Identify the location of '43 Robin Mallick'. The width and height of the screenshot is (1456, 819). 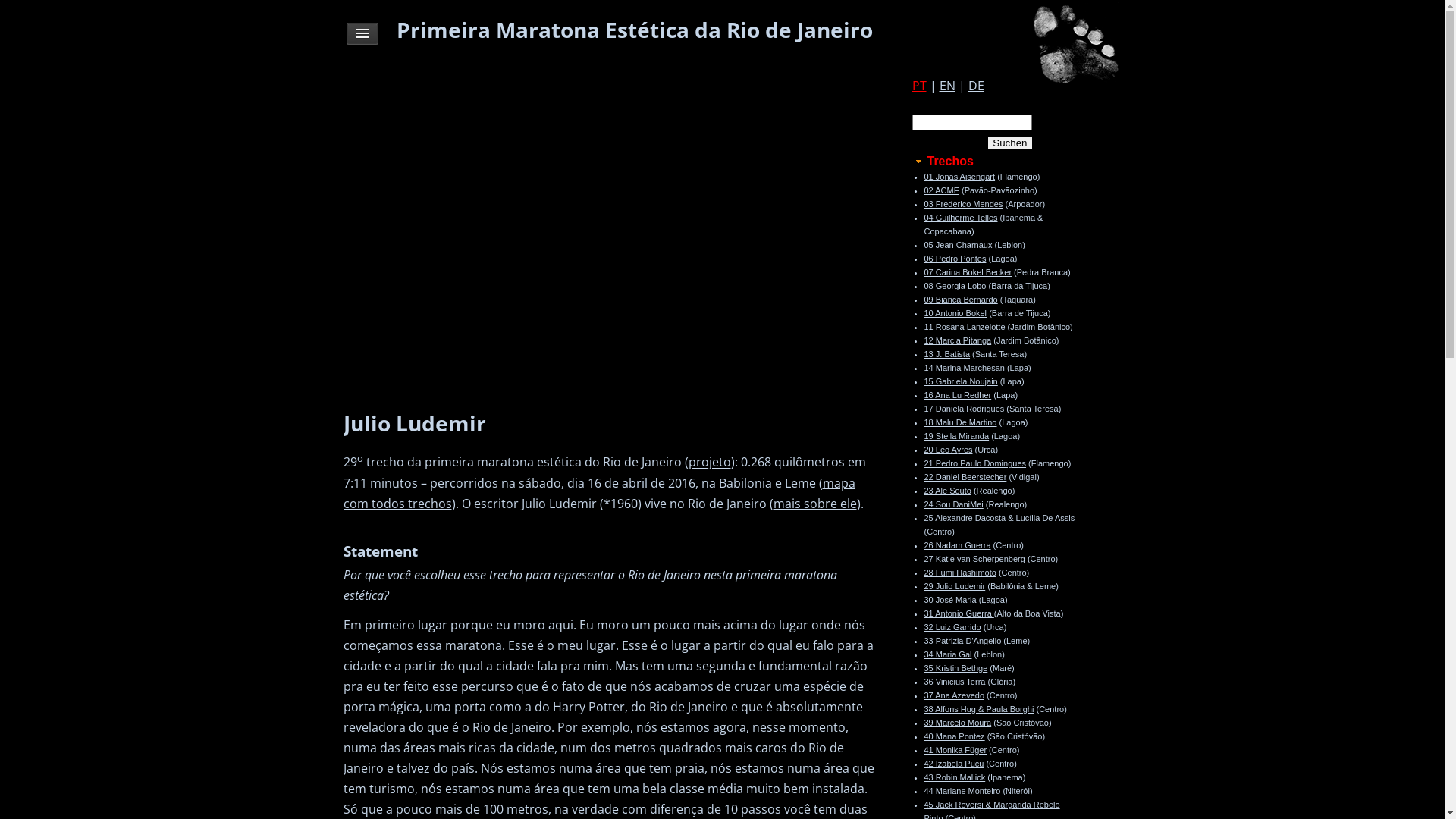
(953, 777).